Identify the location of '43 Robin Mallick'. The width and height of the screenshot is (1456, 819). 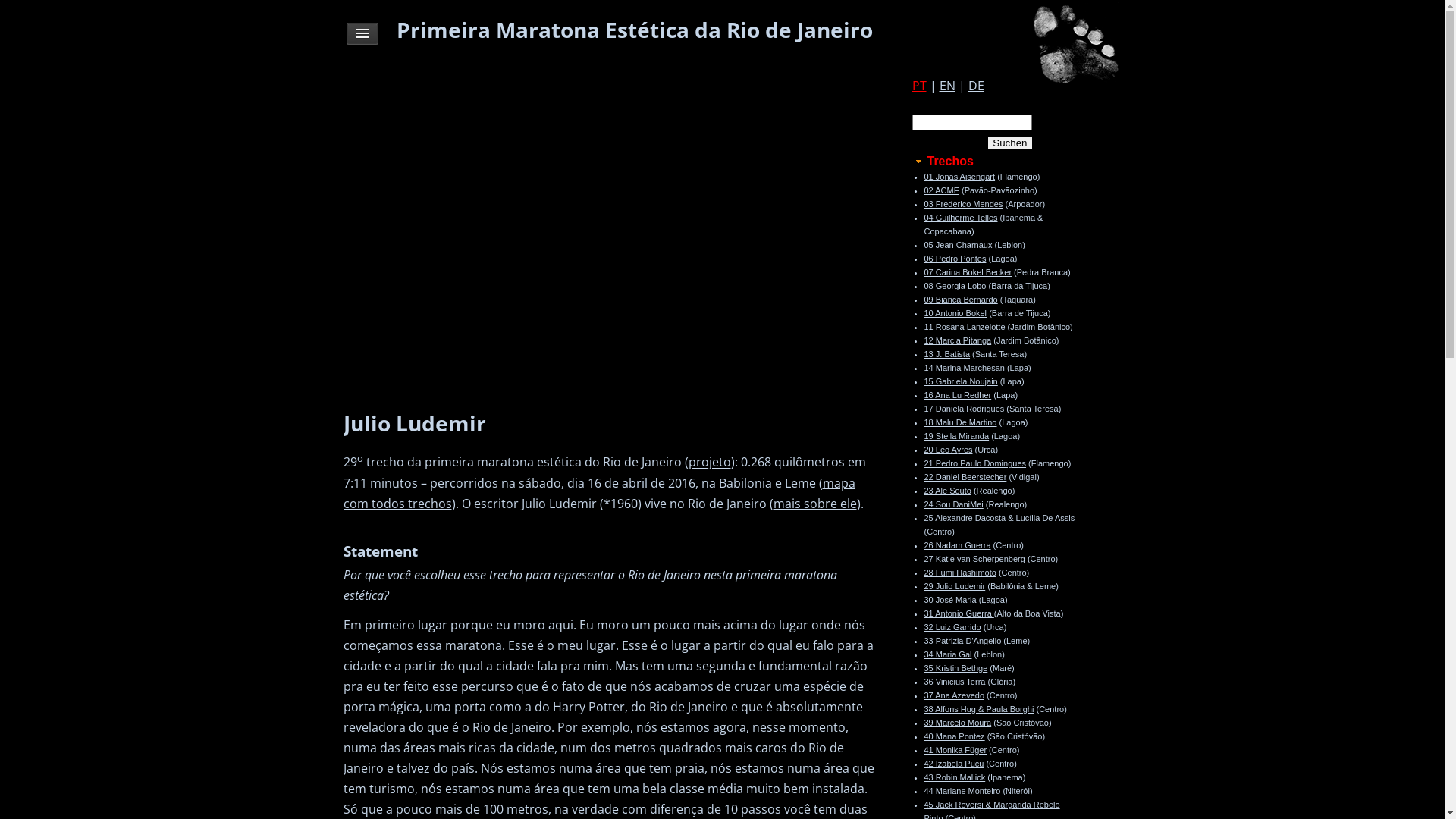
(953, 777).